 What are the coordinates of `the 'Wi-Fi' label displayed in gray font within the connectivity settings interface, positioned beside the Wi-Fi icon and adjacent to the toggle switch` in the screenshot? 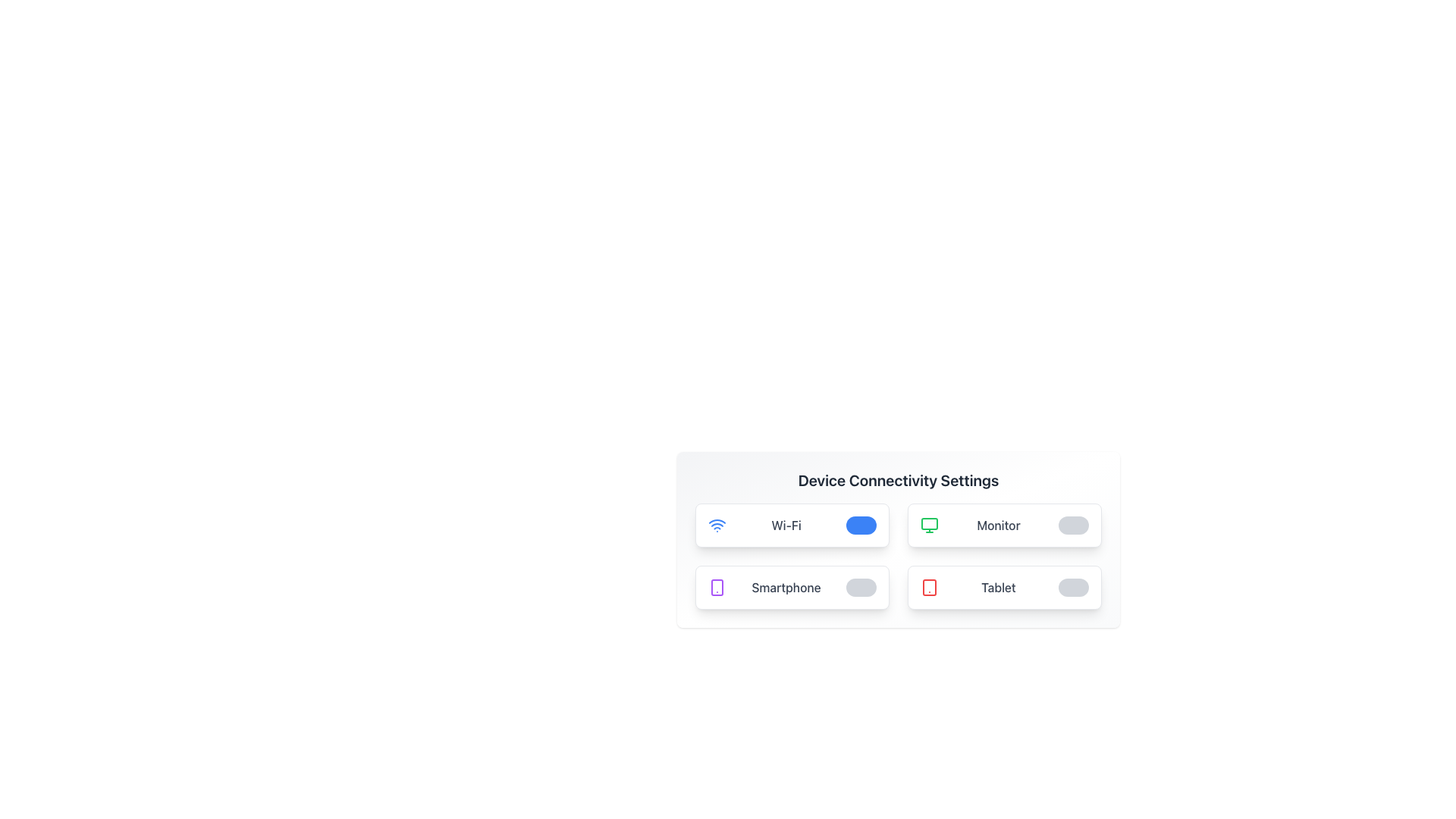 It's located at (786, 525).